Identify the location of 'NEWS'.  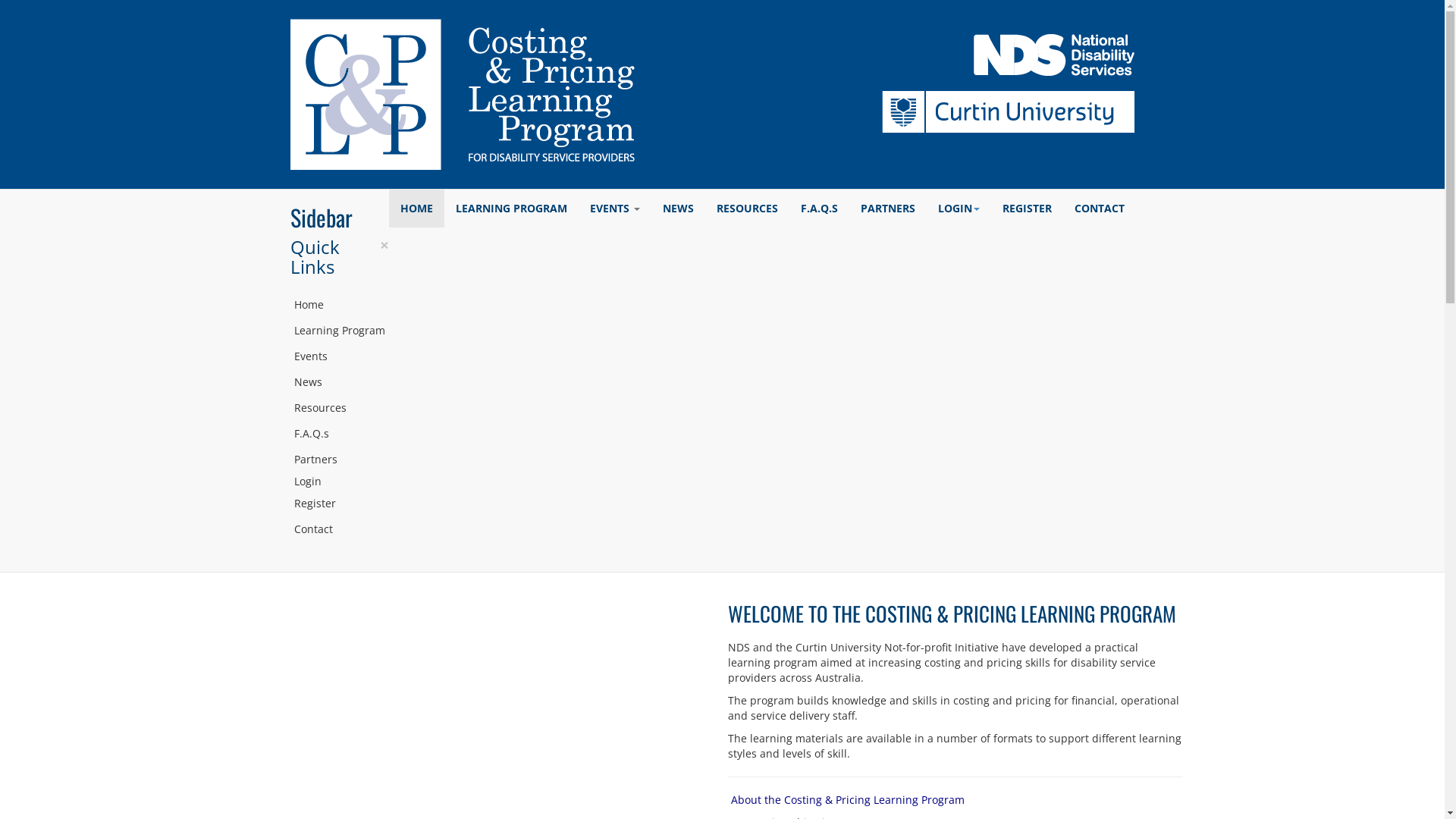
(676, 208).